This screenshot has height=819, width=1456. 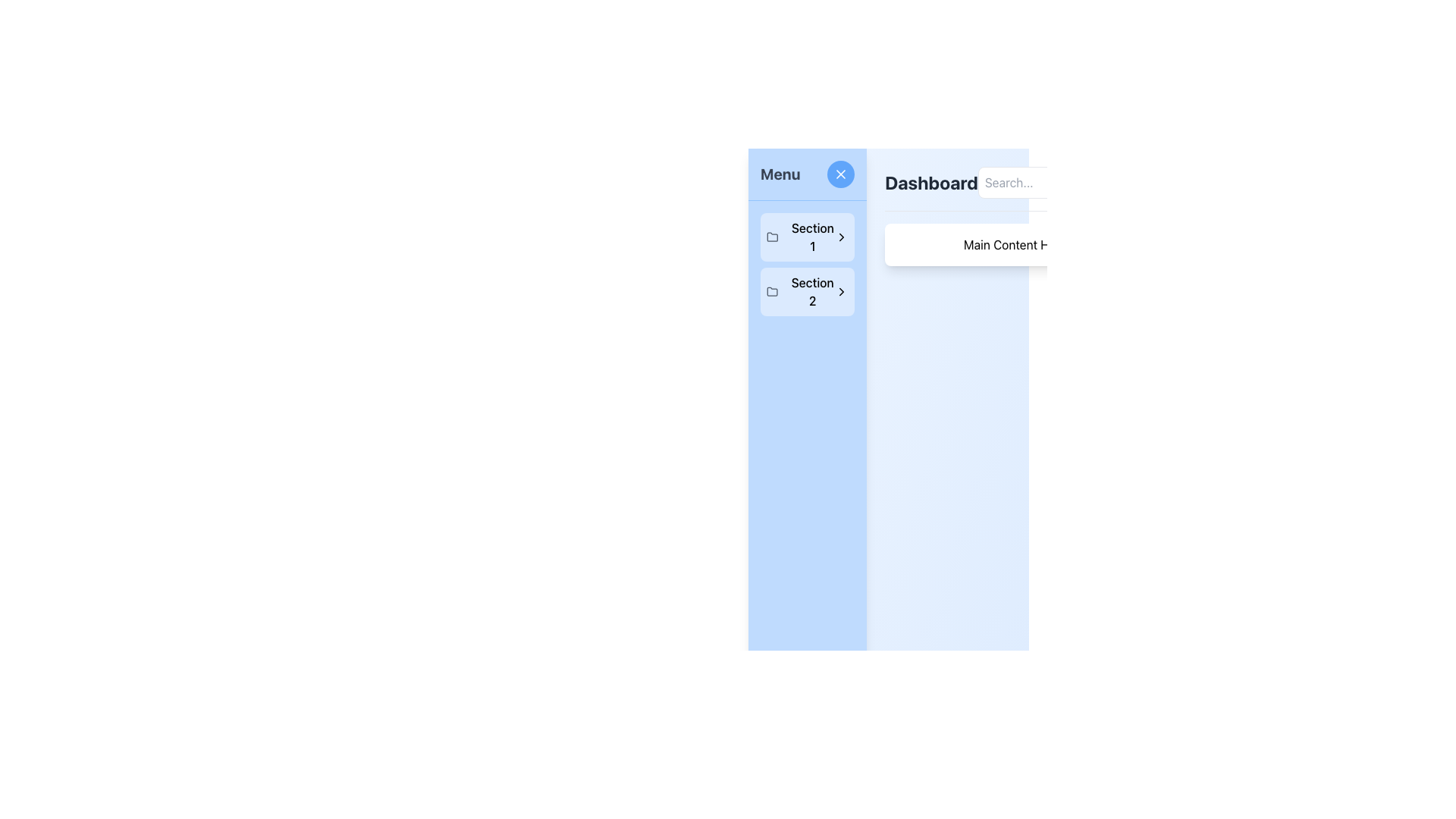 I want to click on the text label 'Section 2' which is styled with medium-weight font and has a light blue background, located in the second button-like structure of a vertically stacked navigation menu, so click(x=811, y=292).